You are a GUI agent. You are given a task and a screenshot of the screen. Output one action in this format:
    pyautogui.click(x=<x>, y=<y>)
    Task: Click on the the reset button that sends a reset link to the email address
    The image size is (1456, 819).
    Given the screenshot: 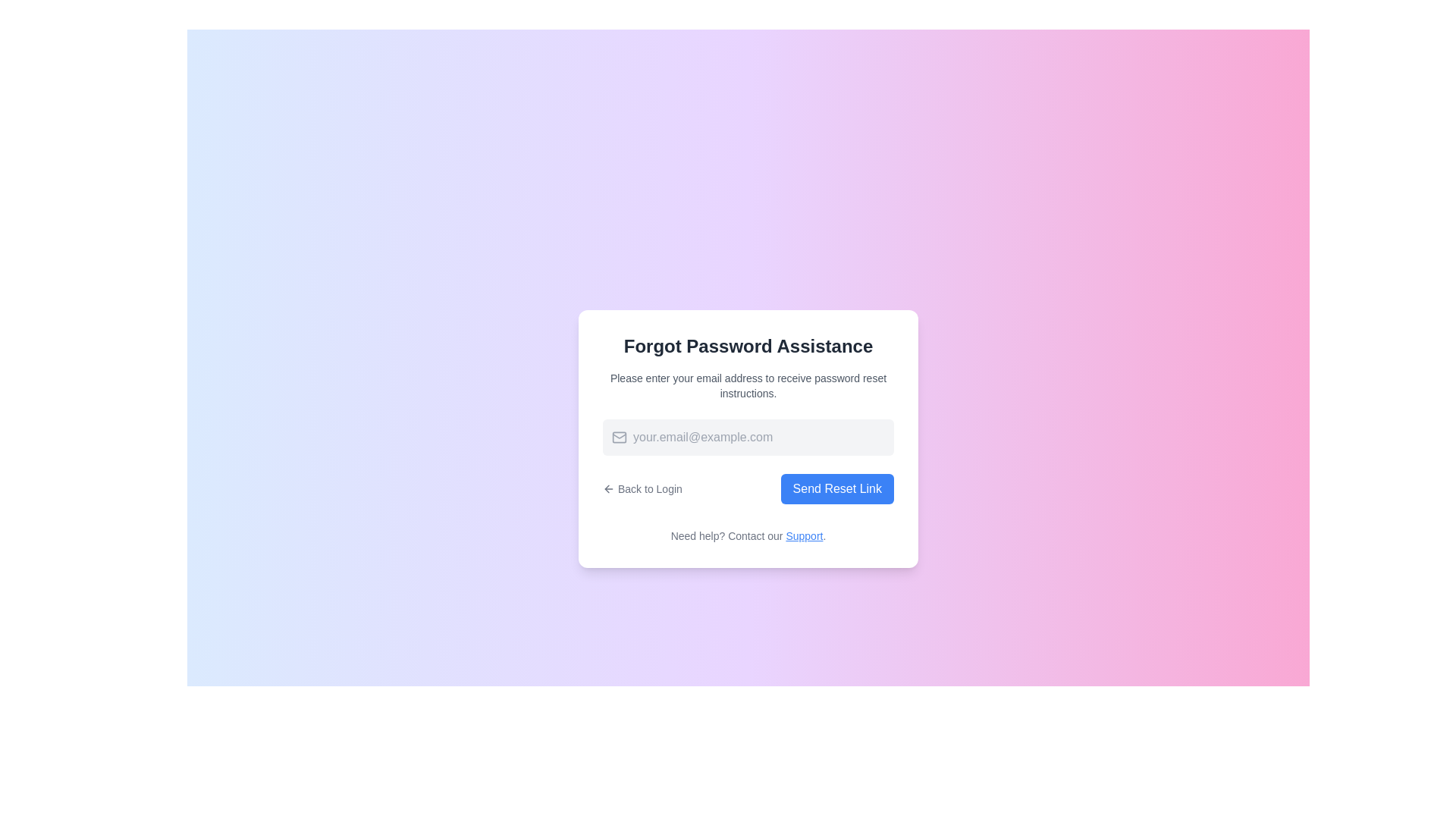 What is the action you would take?
    pyautogui.click(x=836, y=488)
    